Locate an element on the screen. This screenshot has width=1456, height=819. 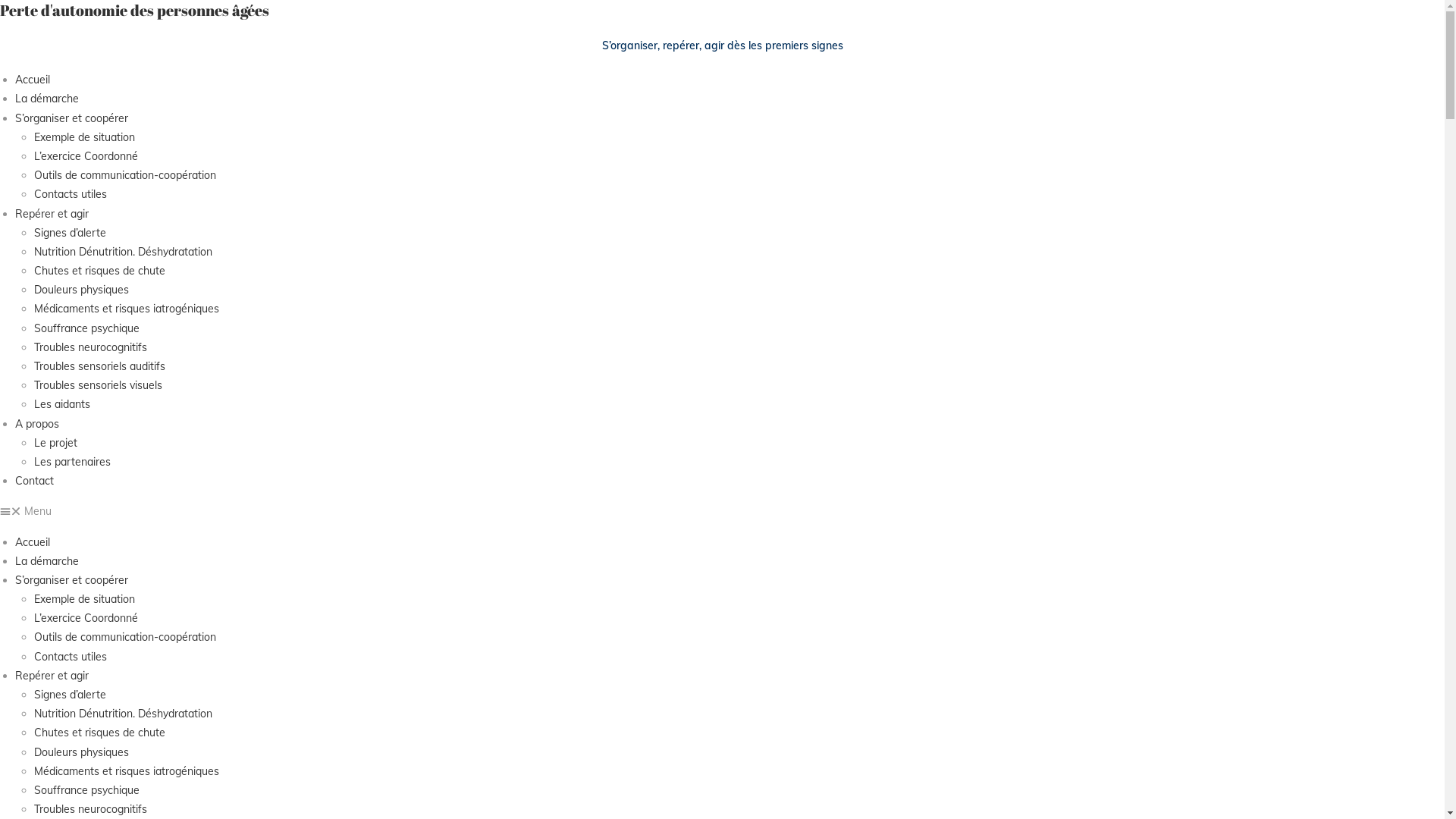
'Accueil' is located at coordinates (33, 541).